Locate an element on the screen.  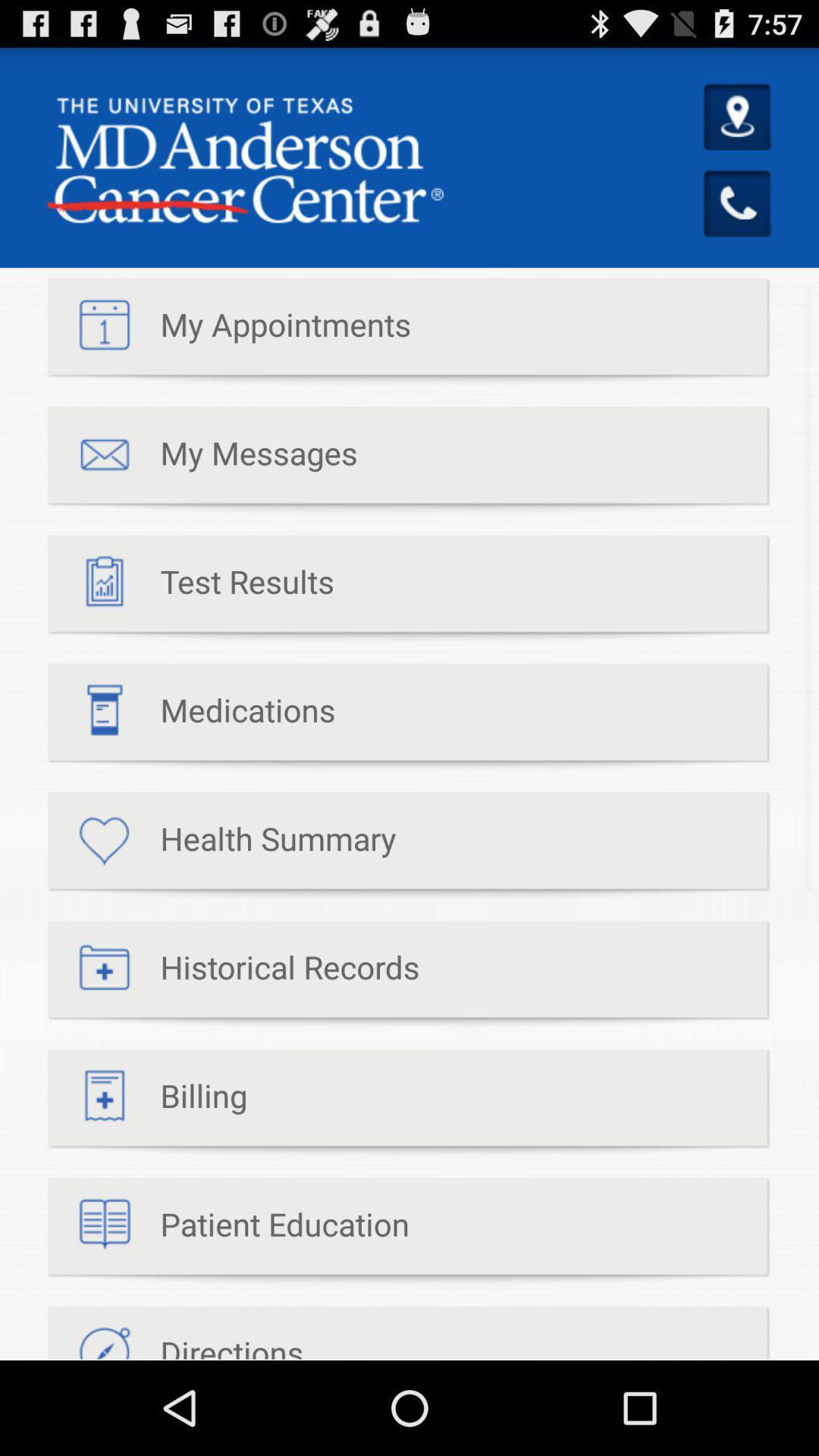
item below the test results icon is located at coordinates (190, 717).